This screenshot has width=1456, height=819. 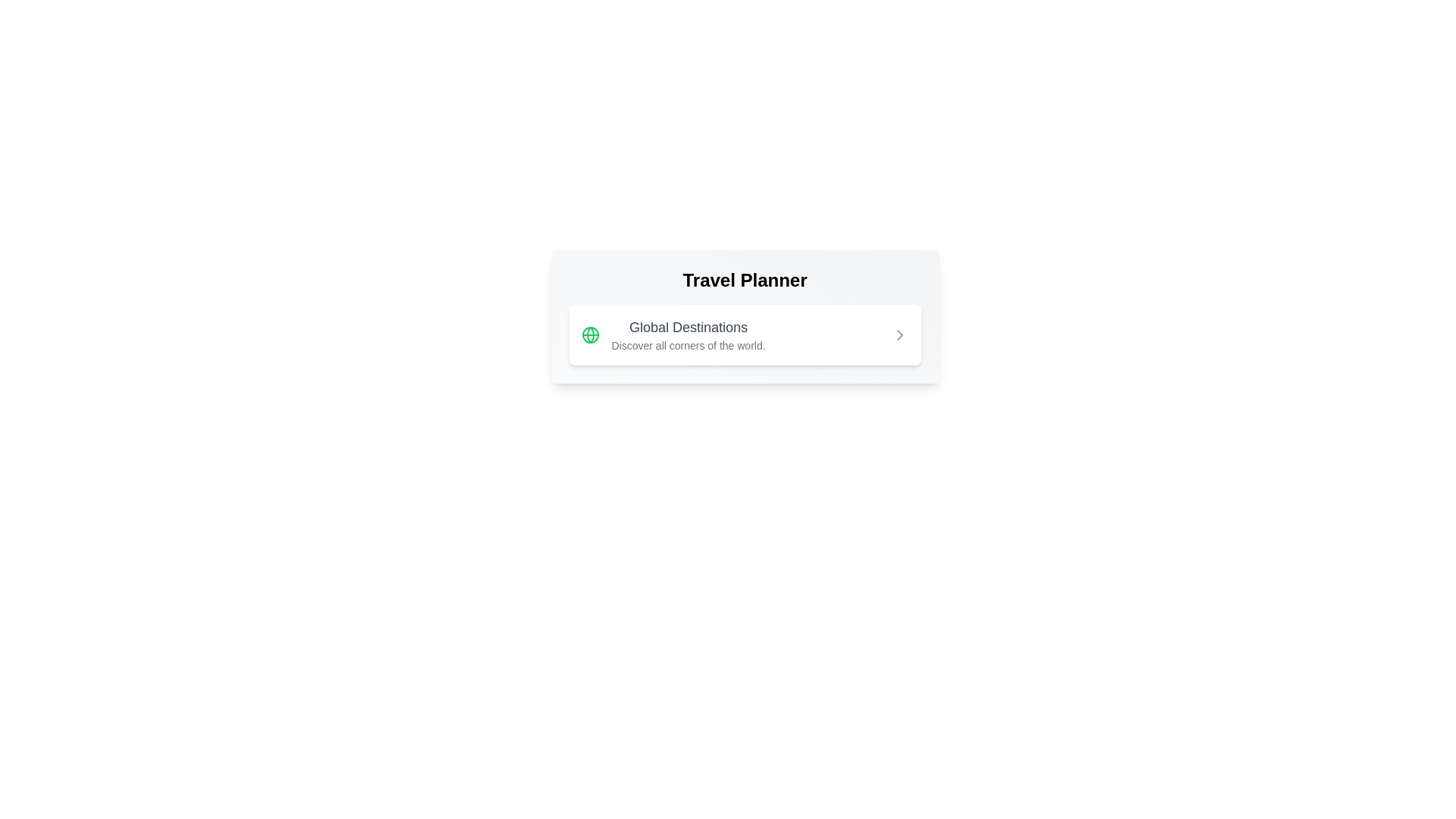 I want to click on the 'Travel Planner' text label which is prominently displayed in a bold, large font above other components in the card-like interface, so click(x=745, y=281).